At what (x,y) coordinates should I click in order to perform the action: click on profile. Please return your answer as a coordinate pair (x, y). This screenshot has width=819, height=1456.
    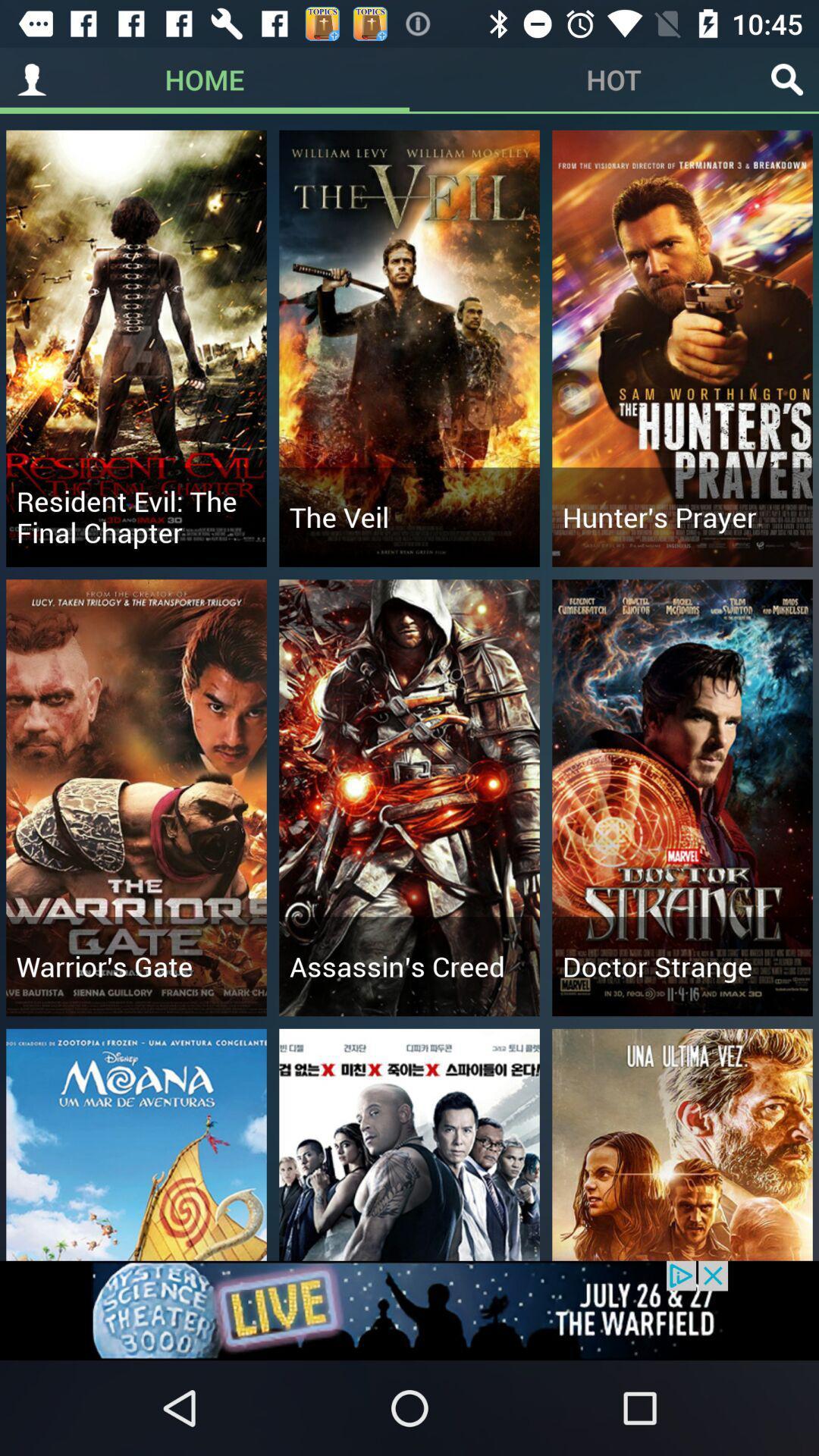
    Looking at the image, I should click on (32, 79).